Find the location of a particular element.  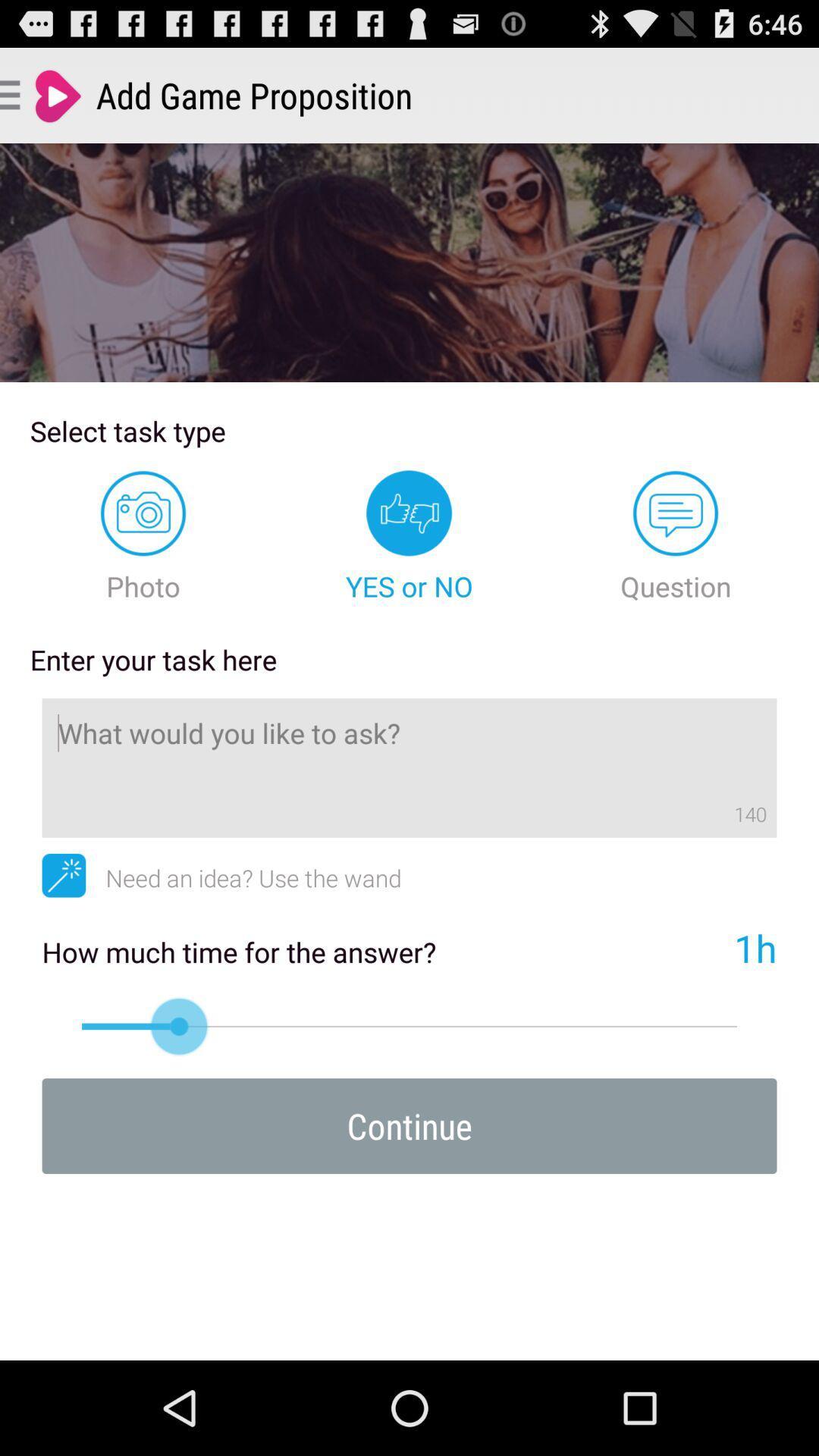

continue is located at coordinates (409, 1125).